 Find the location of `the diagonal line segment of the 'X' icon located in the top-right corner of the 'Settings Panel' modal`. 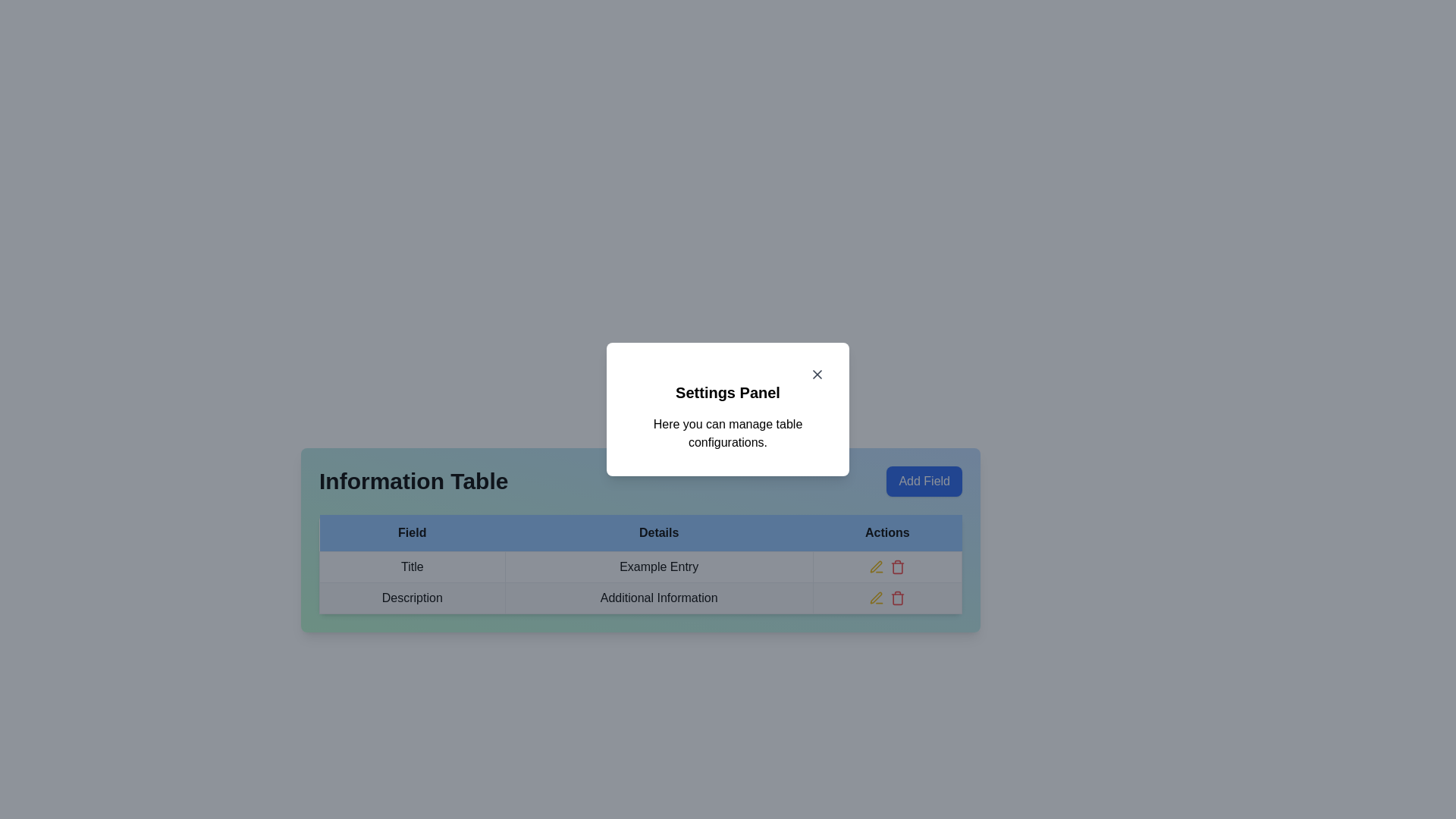

the diagonal line segment of the 'X' icon located in the top-right corner of the 'Settings Panel' modal is located at coordinates (817, 374).